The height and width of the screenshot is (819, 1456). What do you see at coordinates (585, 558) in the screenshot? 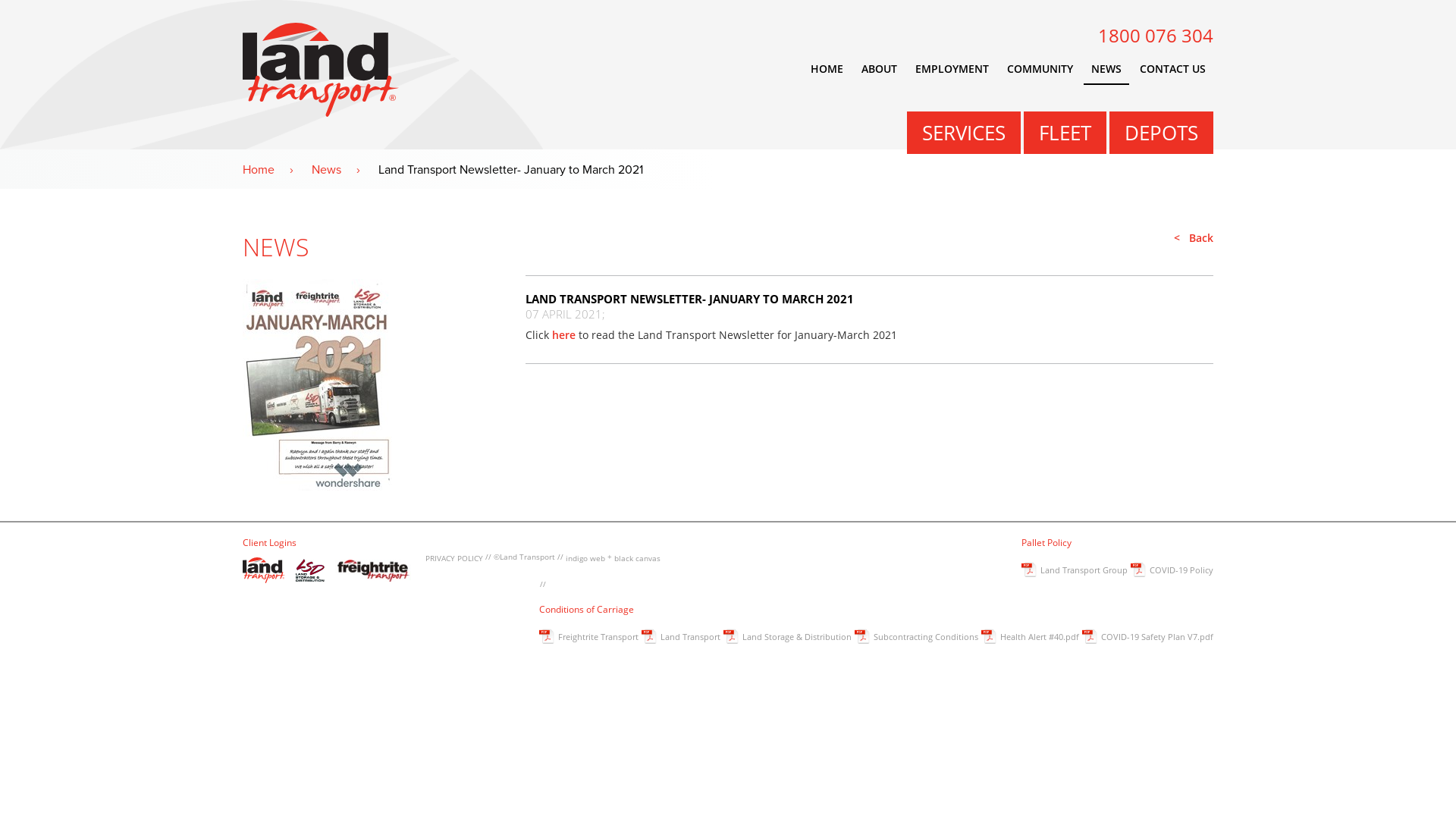
I see `'indigo web'` at bounding box center [585, 558].